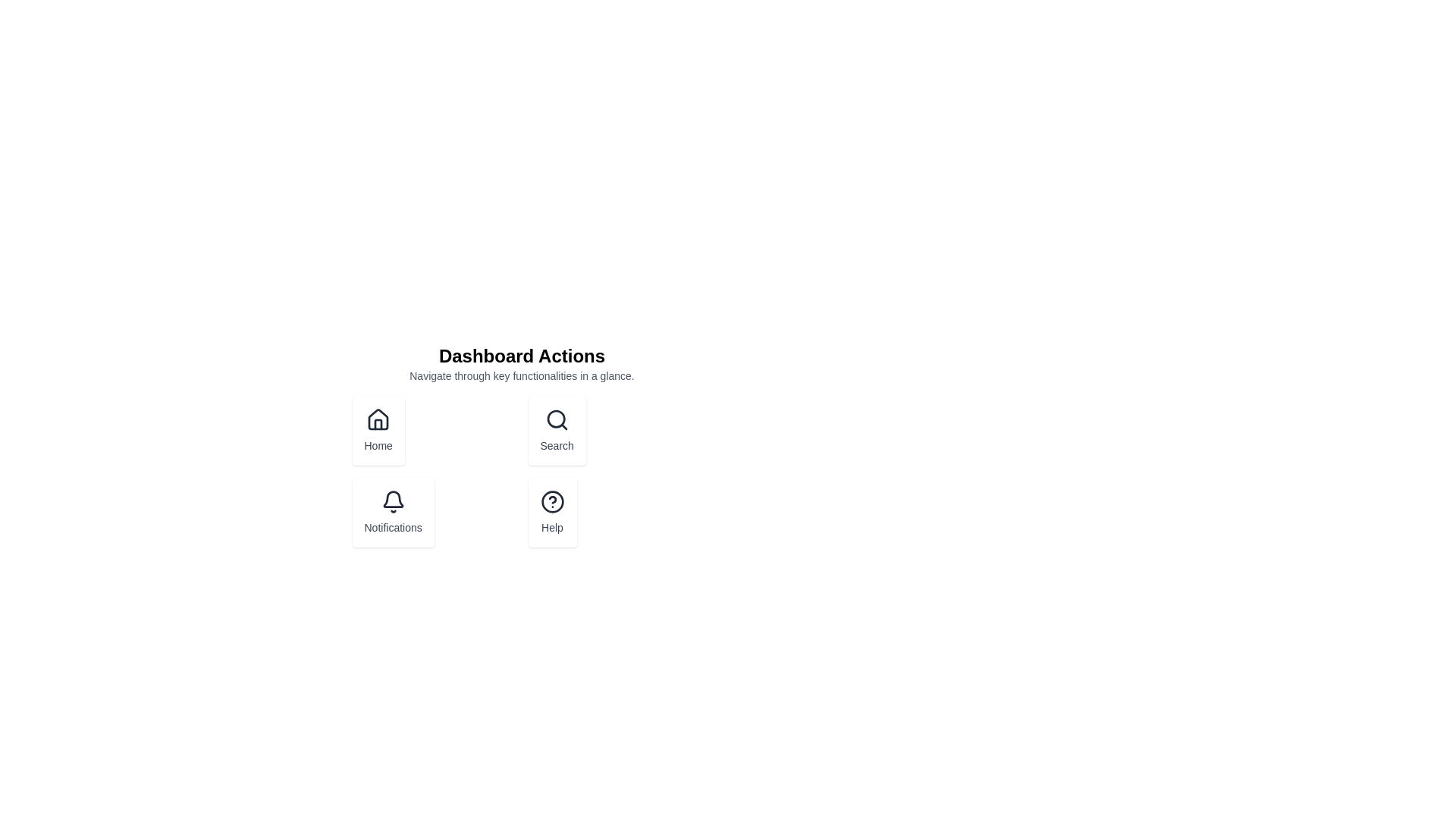 This screenshot has width=1456, height=819. What do you see at coordinates (551, 502) in the screenshot?
I see `the circular icon with a question mark in the center, located at the top of the 'Help' button in the bottom-right corner of the main interface region` at bounding box center [551, 502].